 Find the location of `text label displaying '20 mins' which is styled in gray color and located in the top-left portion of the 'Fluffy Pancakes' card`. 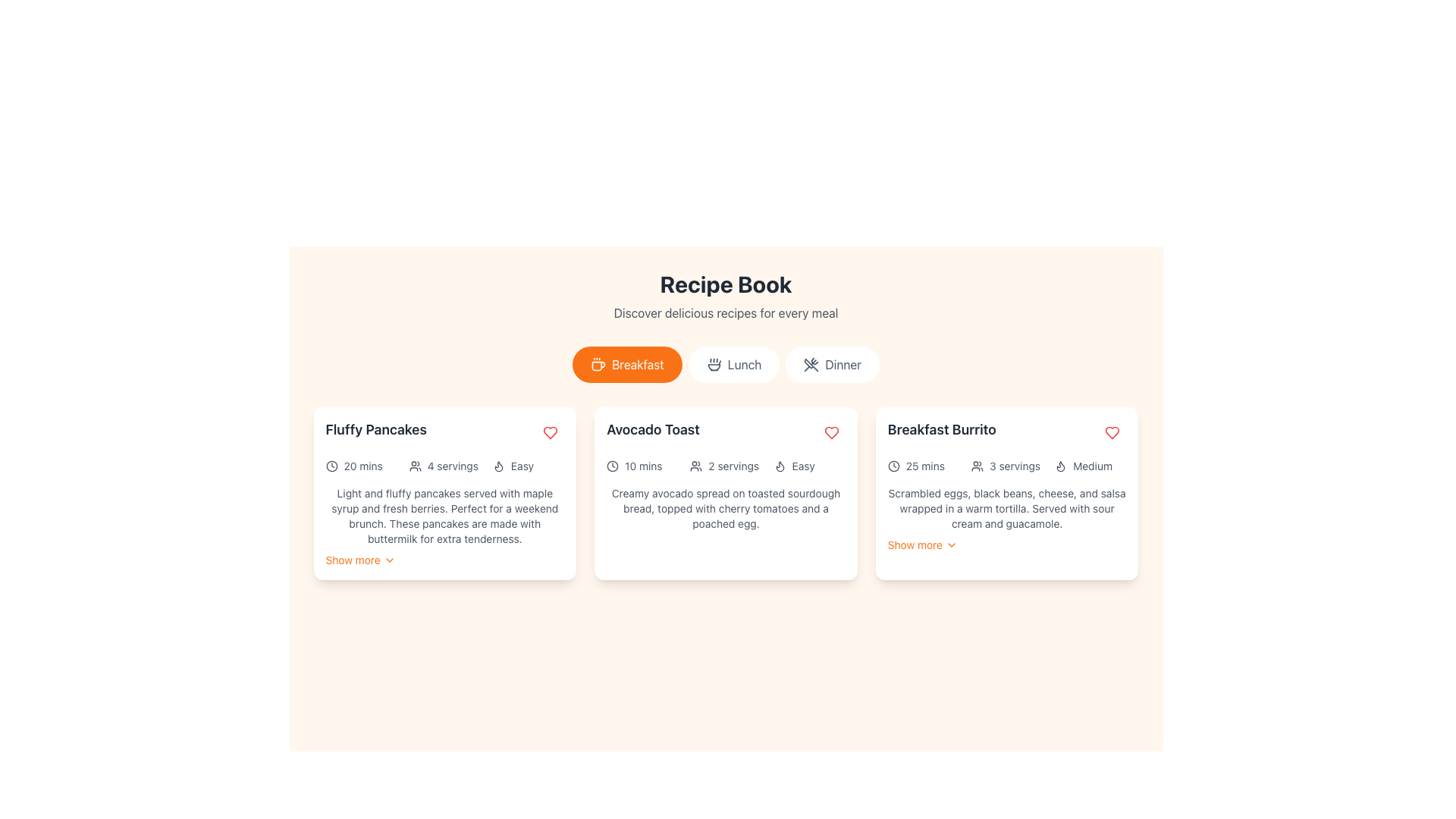

text label displaying '20 mins' which is styled in gray color and located in the top-left portion of the 'Fluffy Pancakes' card is located at coordinates (362, 465).